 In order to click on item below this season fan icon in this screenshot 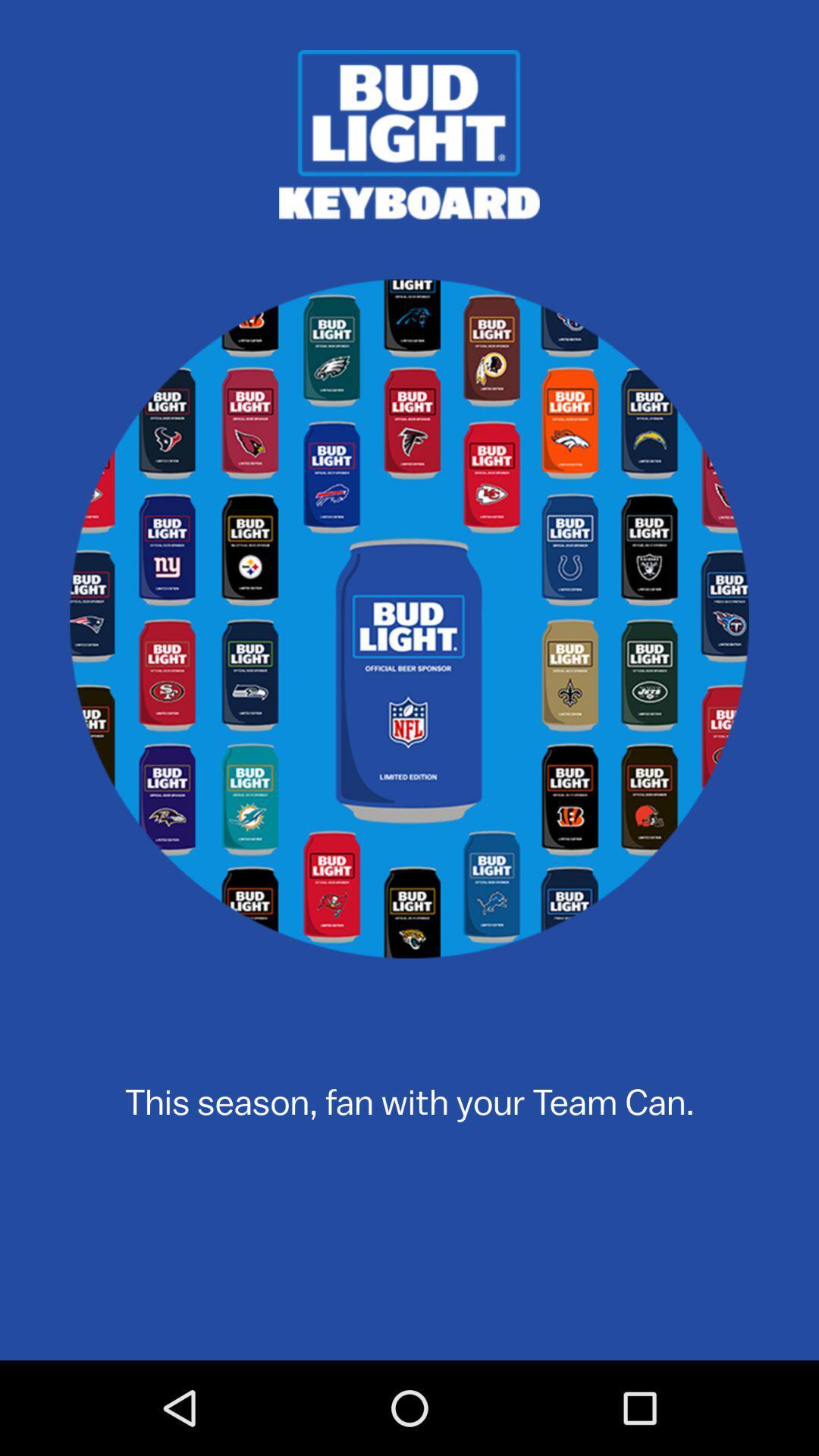, I will do `click(409, 1287)`.